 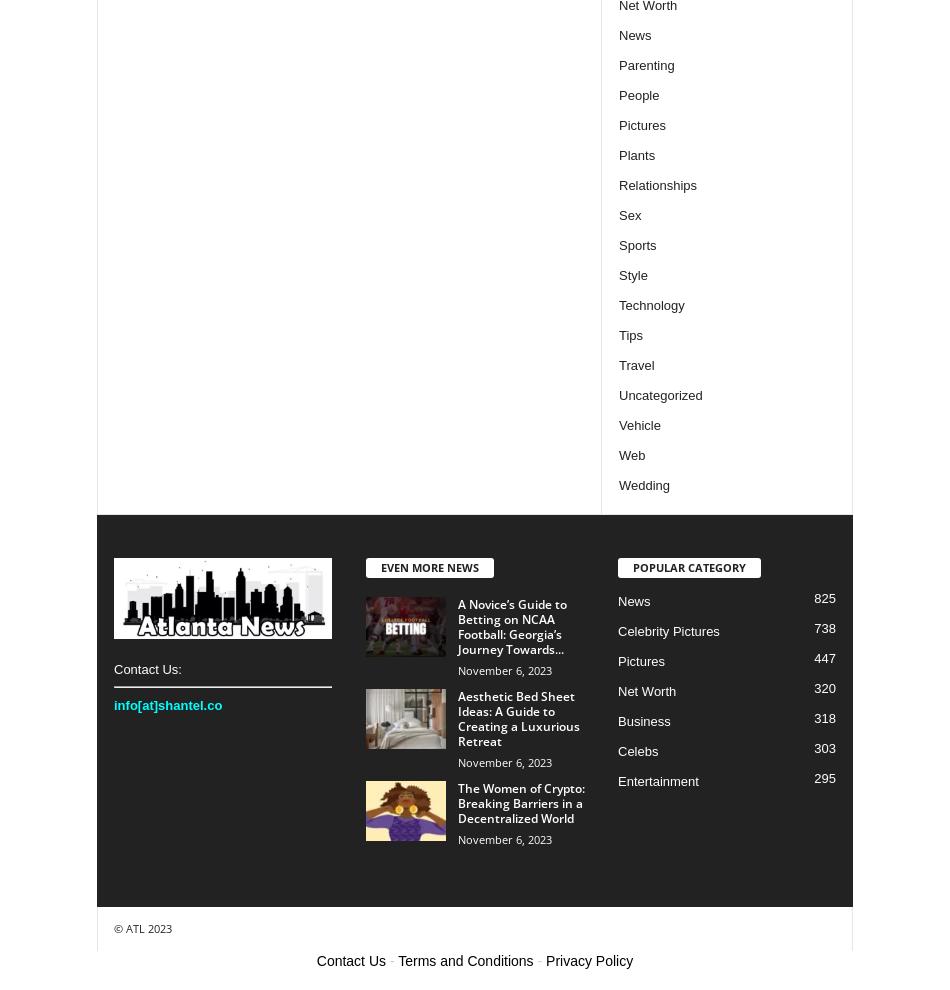 What do you see at coordinates (647, 690) in the screenshot?
I see `'Net Worth'` at bounding box center [647, 690].